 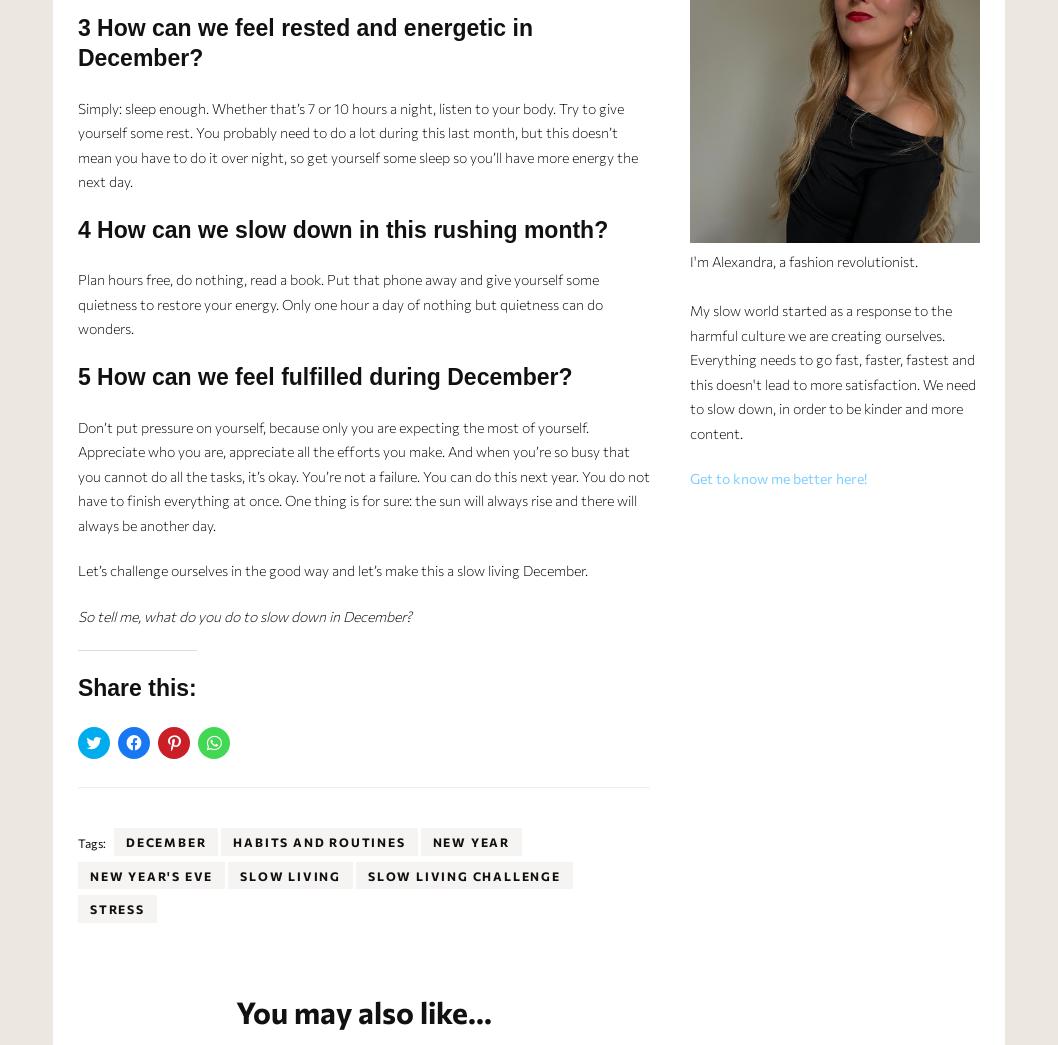 I want to click on '5 How can we feel fulfilled during December?', so click(x=323, y=374).